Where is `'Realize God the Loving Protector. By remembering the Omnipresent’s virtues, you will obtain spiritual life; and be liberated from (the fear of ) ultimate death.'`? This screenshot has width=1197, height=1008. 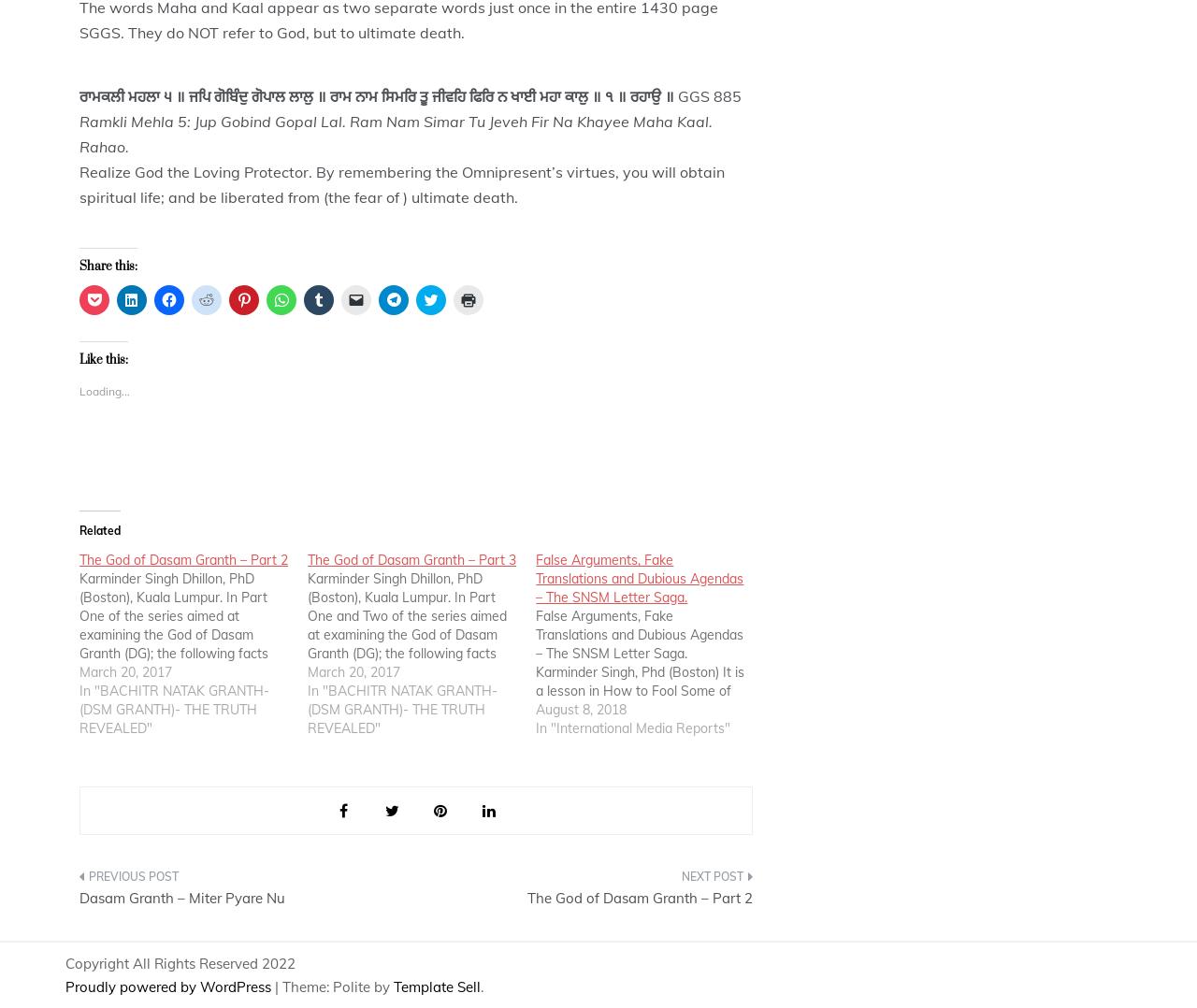
'Realize God the Loving Protector. By remembering the Omnipresent’s virtues, you will obtain spiritual life; and be liberated from (the fear of ) ultimate death.' is located at coordinates (400, 184).